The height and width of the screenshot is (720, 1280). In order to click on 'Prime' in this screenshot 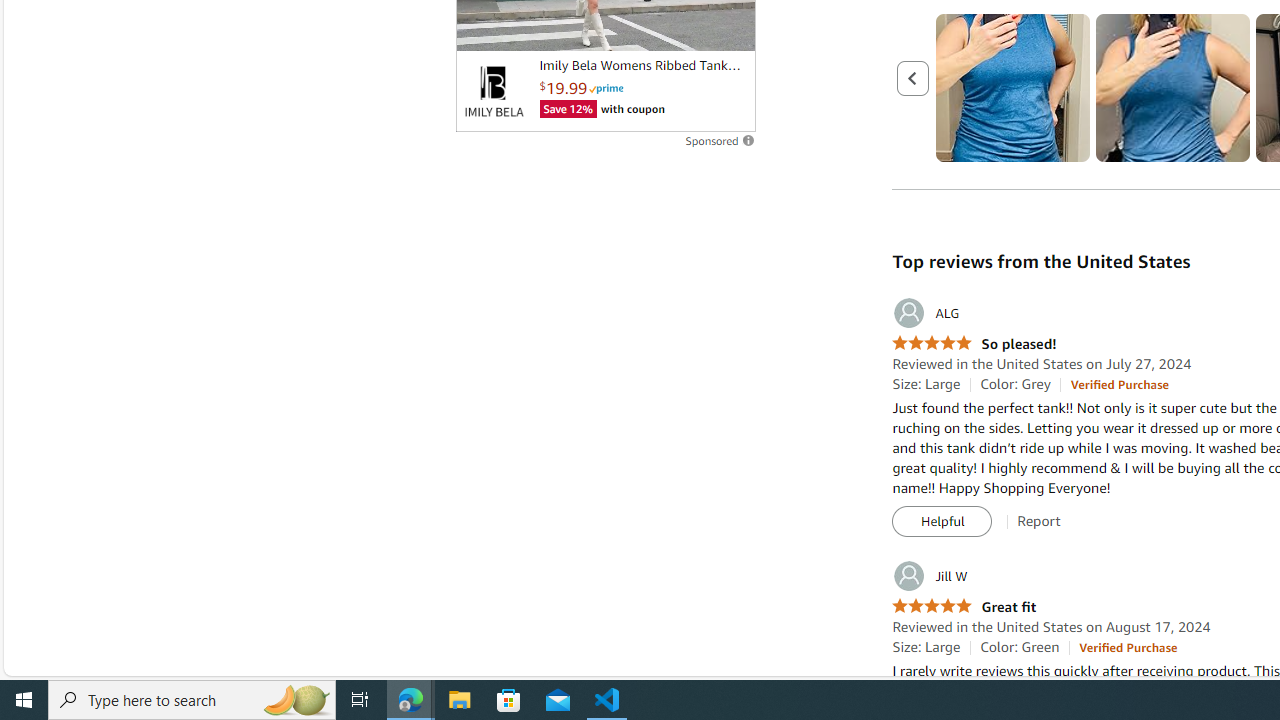, I will do `click(605, 87)`.